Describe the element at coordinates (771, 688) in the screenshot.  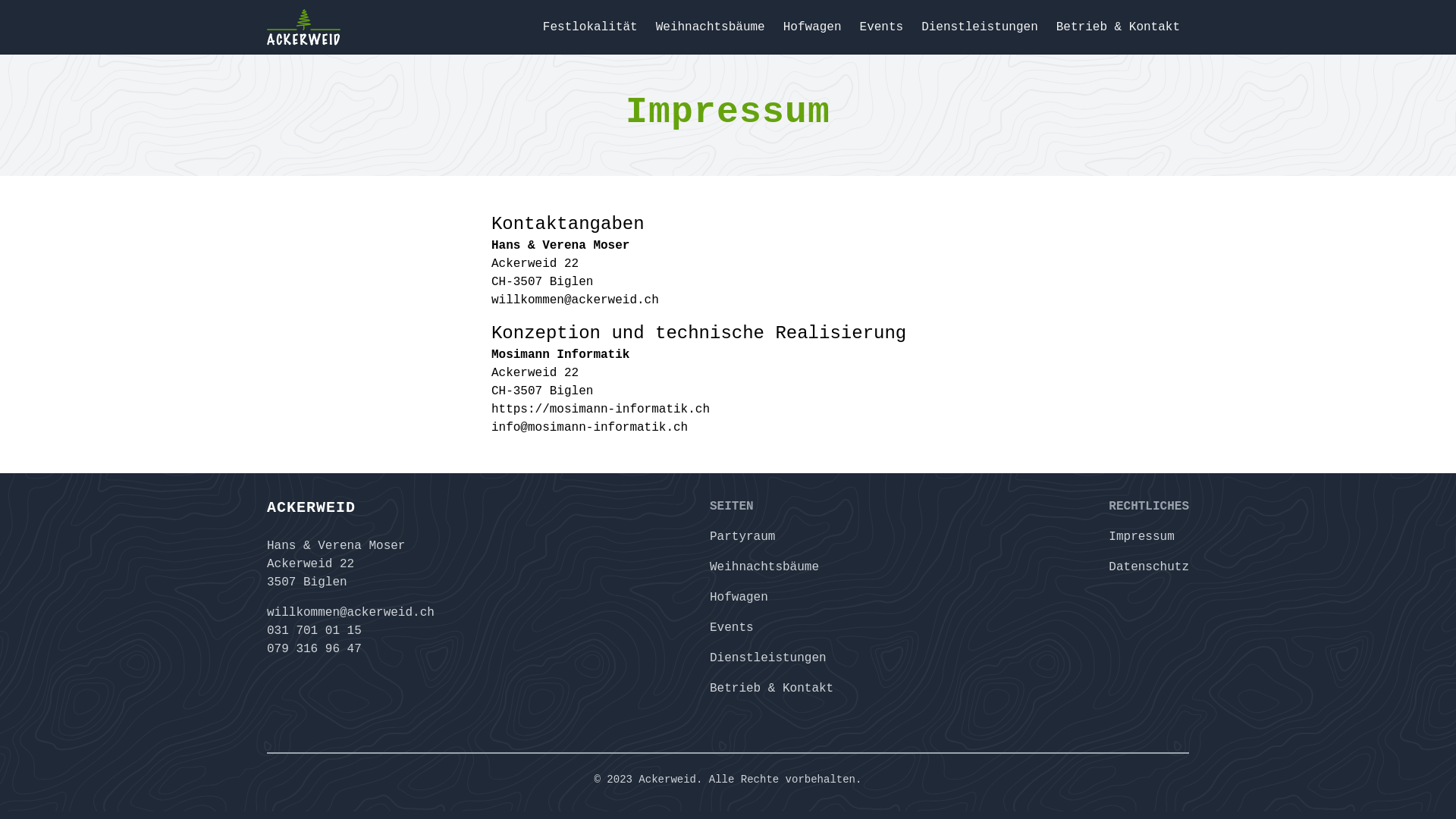
I see `'Betrieb & Kontakt'` at that location.